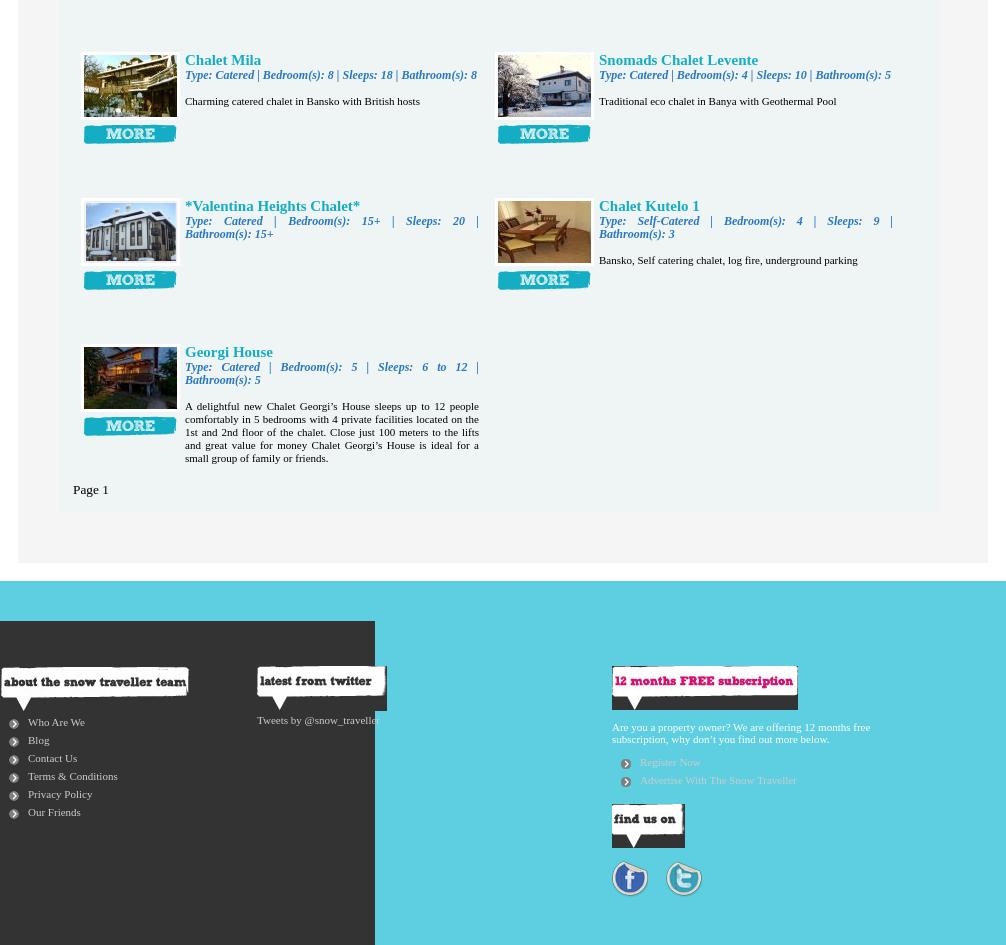 The image size is (1006, 945). What do you see at coordinates (52, 756) in the screenshot?
I see `'Contact Us'` at bounding box center [52, 756].